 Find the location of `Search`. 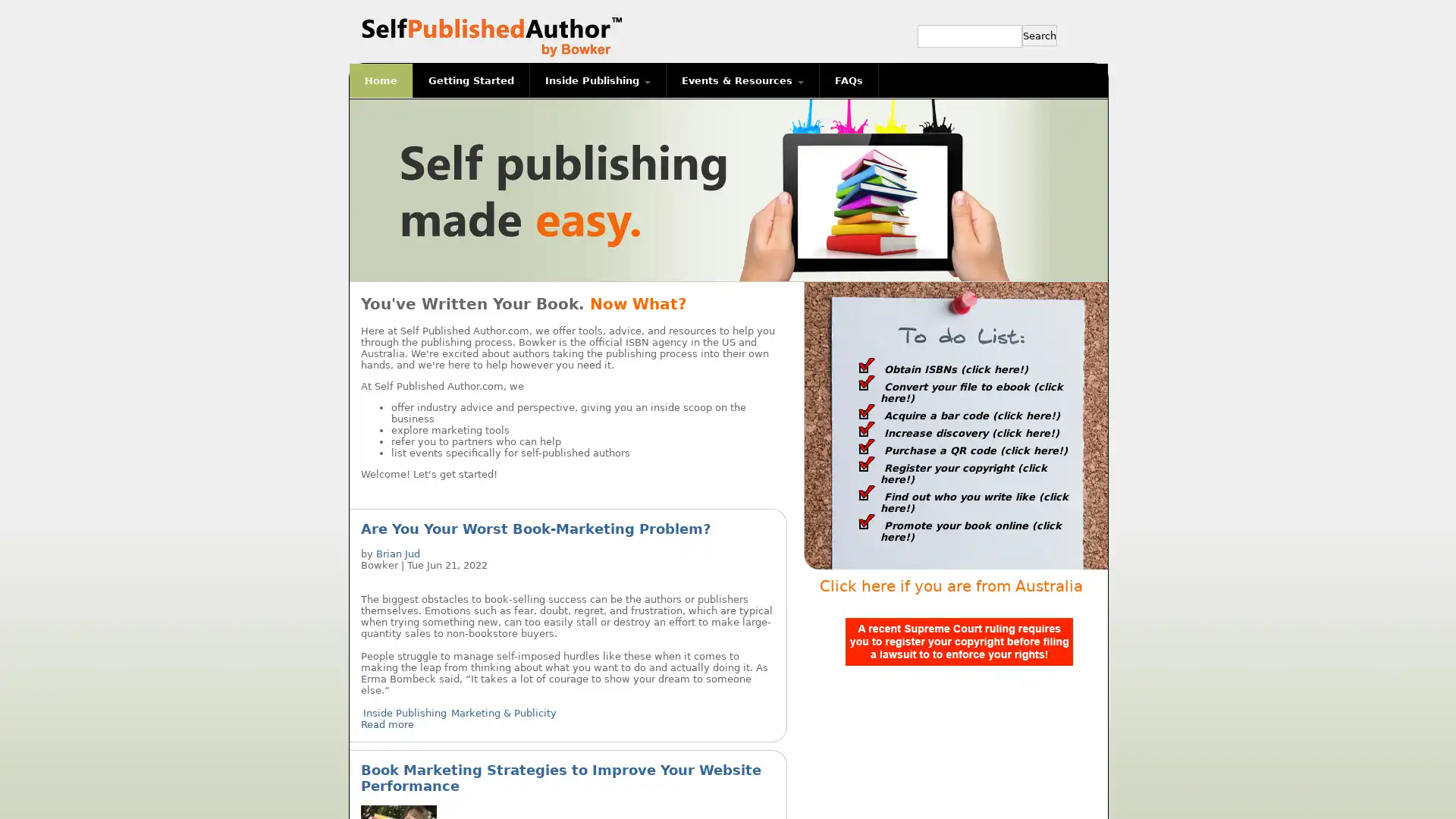

Search is located at coordinates (1039, 34).